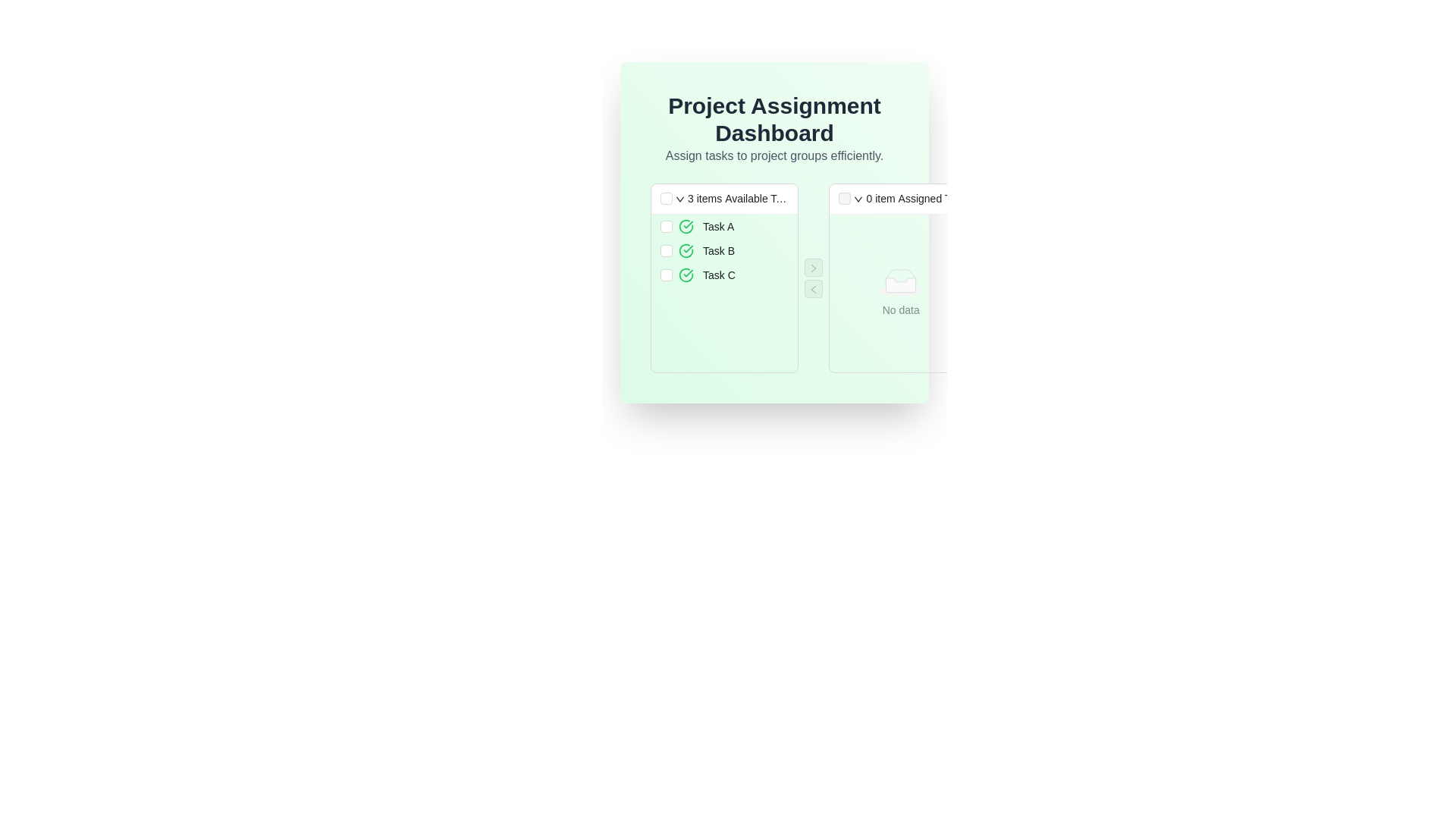 The height and width of the screenshot is (819, 1456). I want to click on the checkbox located at the top left of the '3 items Available Tasks' list, so click(666, 198).